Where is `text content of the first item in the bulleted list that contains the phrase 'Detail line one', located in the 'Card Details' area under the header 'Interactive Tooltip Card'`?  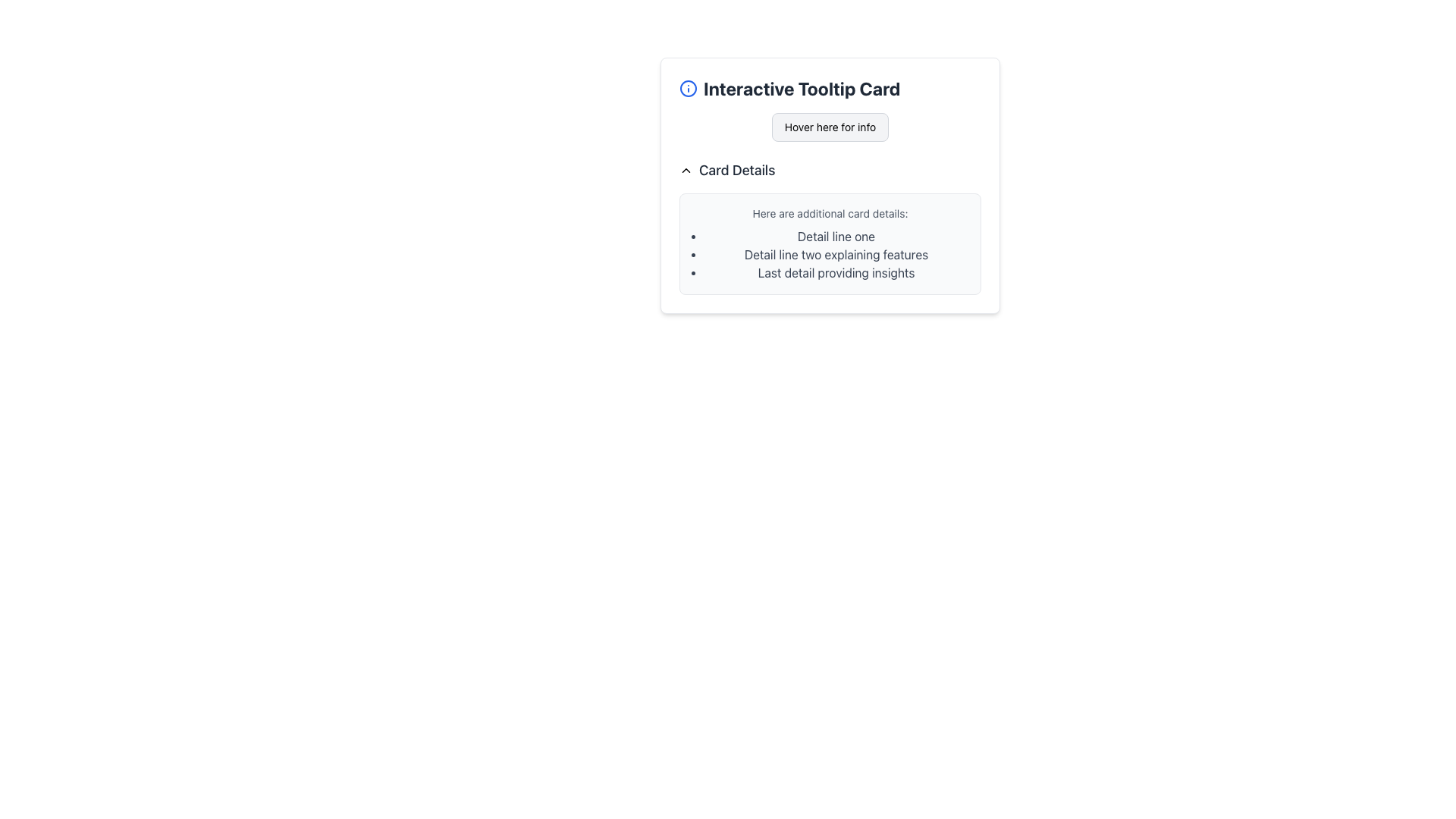
text content of the first item in the bulleted list that contains the phrase 'Detail line one', located in the 'Card Details' area under the header 'Interactive Tooltip Card' is located at coordinates (836, 237).